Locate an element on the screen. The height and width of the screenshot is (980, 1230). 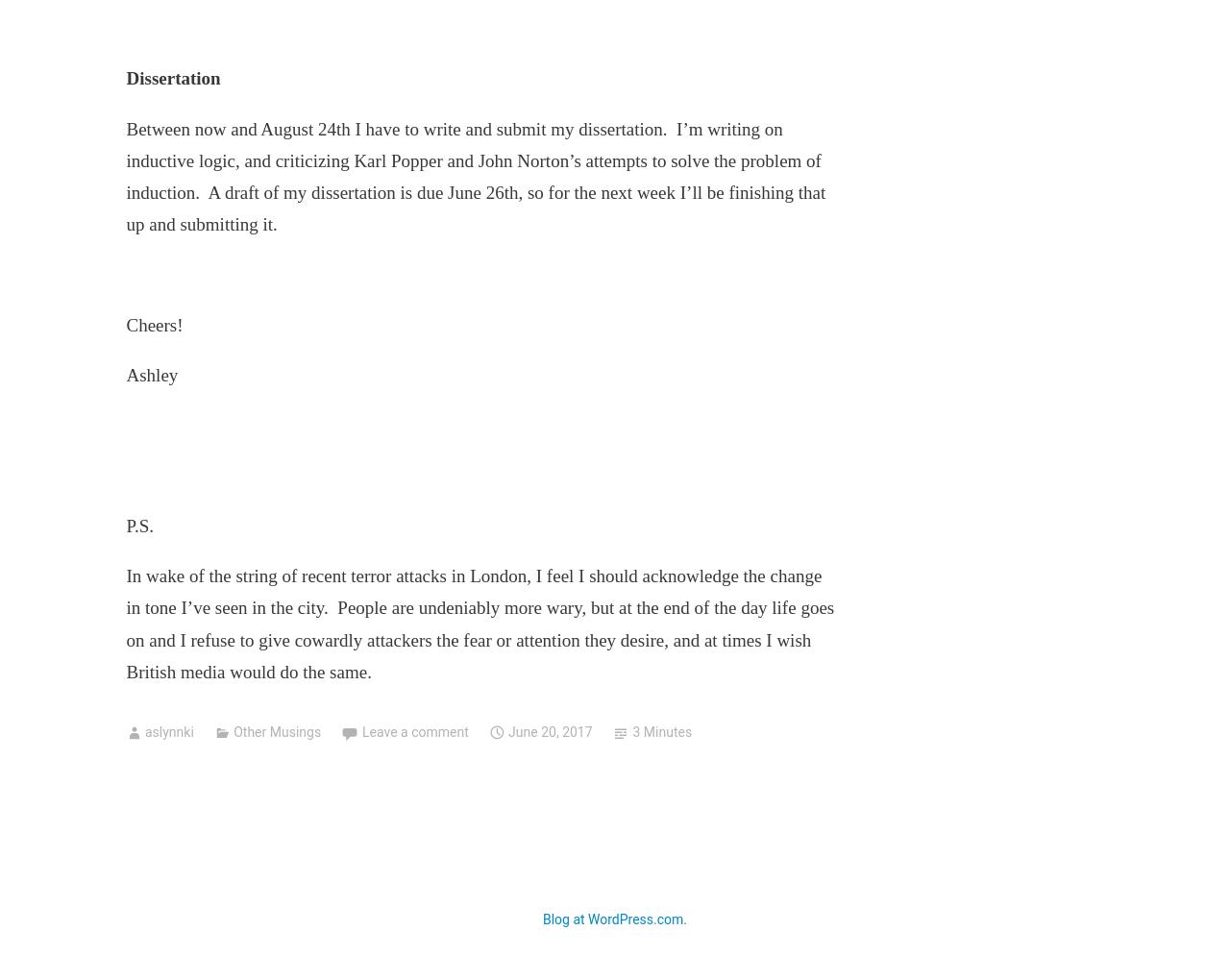
'3 Minutes' is located at coordinates (662, 732).